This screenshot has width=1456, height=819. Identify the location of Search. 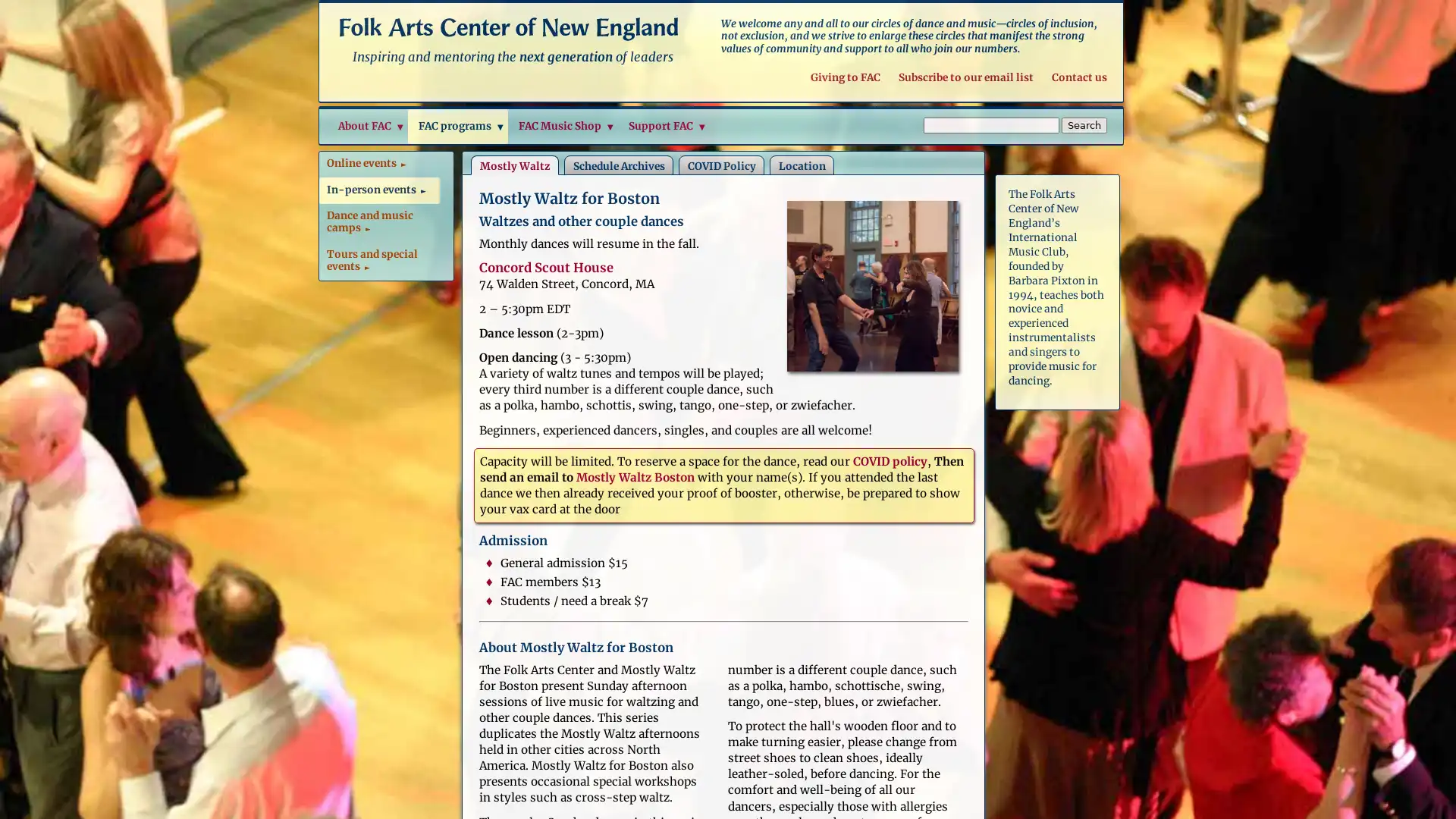
(1084, 124).